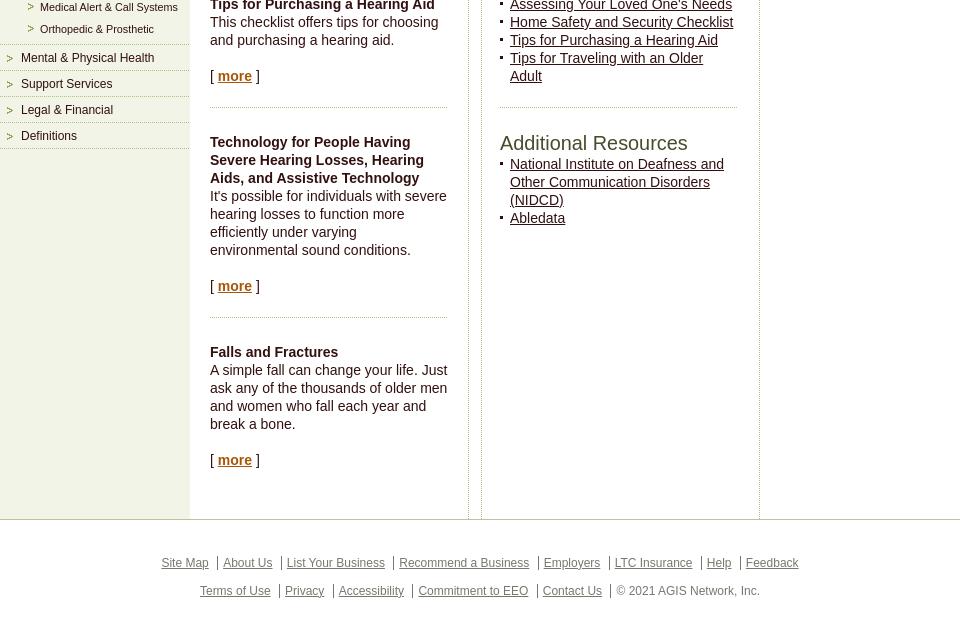 The image size is (960, 620). I want to click on 'Medical Alert & Call Systems', so click(108, 6).